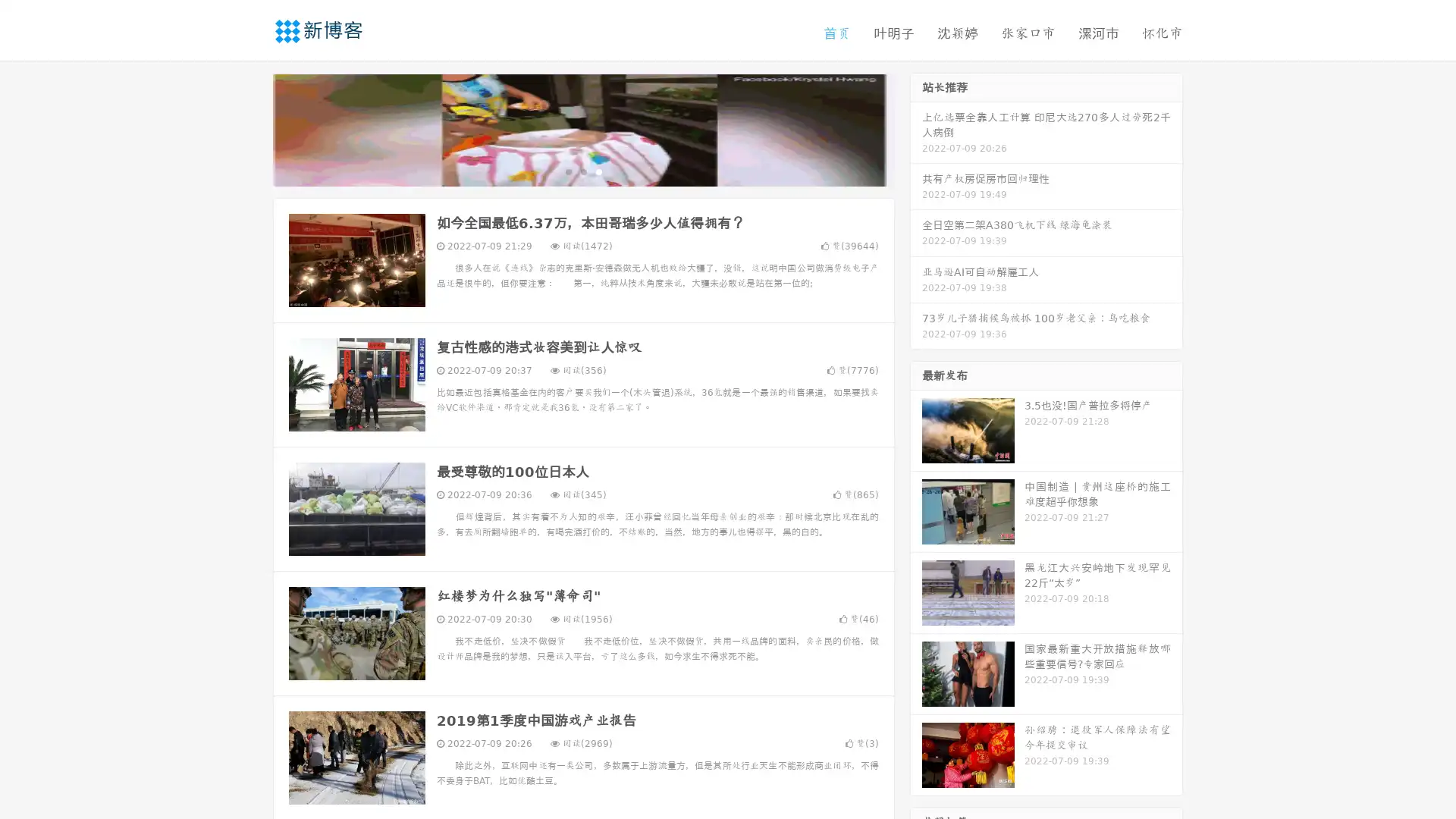 This screenshot has width=1456, height=819. What do you see at coordinates (582, 171) in the screenshot?
I see `Go to slide 2` at bounding box center [582, 171].